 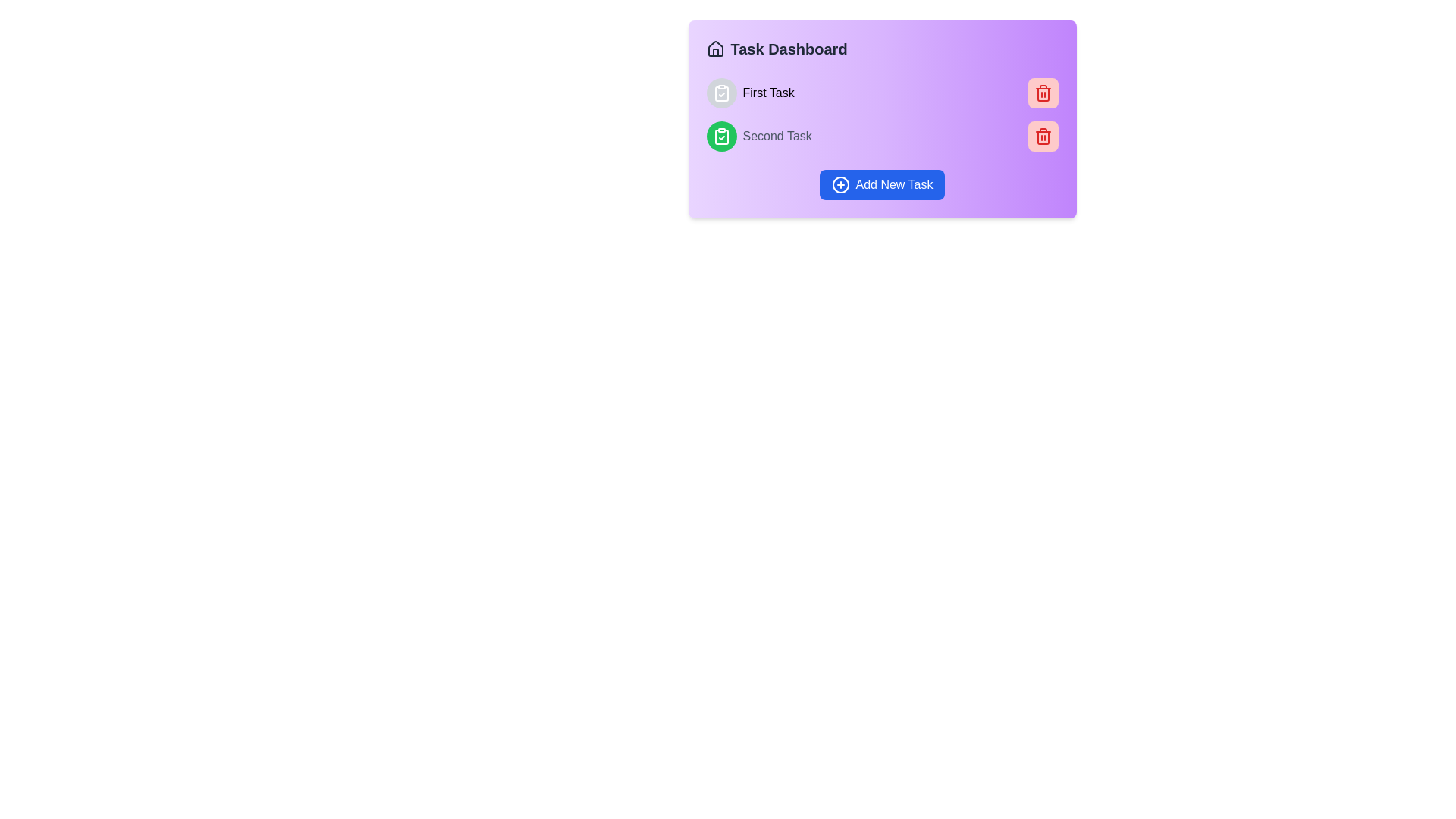 What do you see at coordinates (750, 93) in the screenshot?
I see `the first task item in the task list, which displays the task's name and is located directly below the 'Task Dashboard' heading` at bounding box center [750, 93].